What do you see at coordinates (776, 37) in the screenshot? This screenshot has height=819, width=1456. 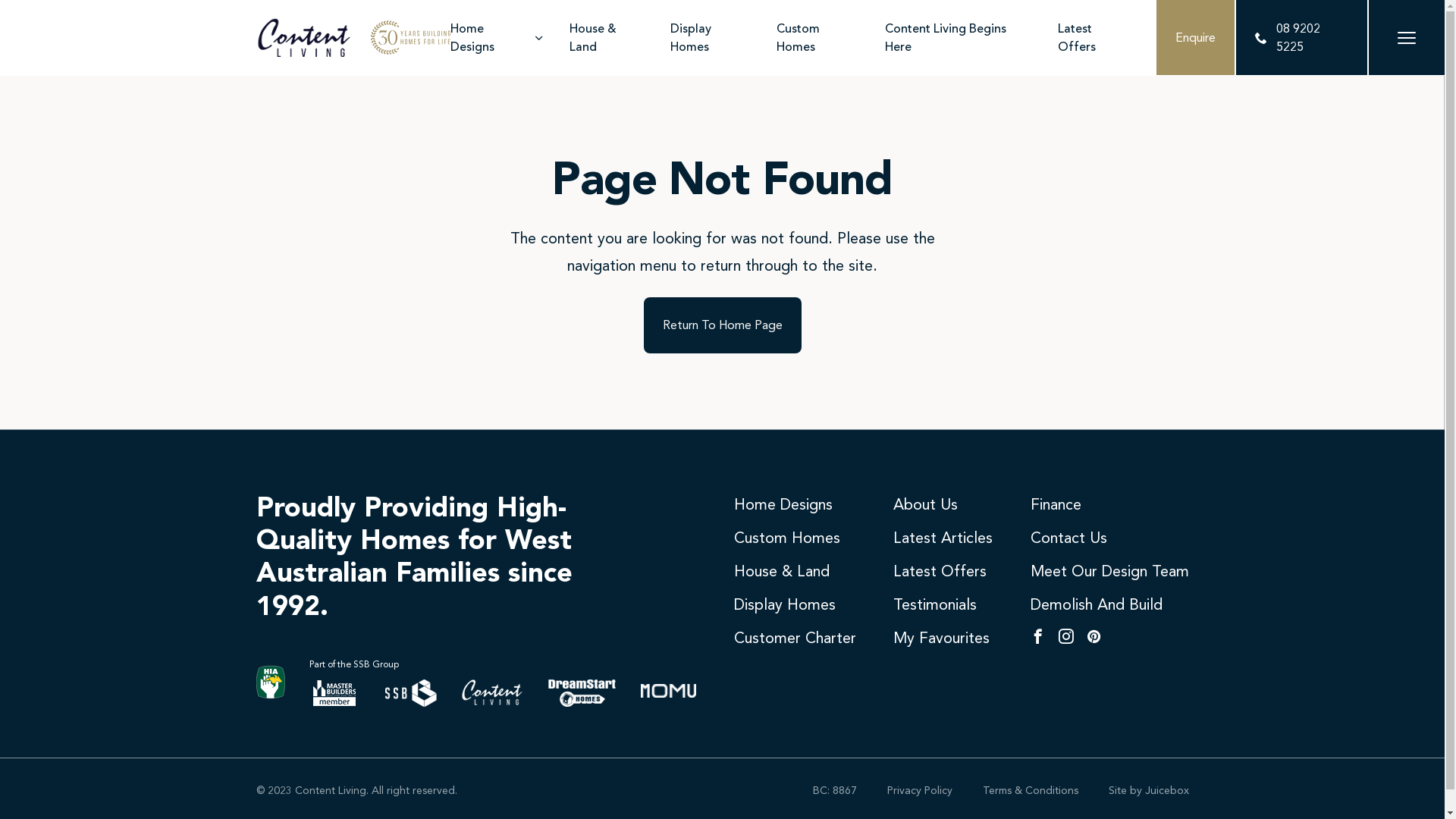 I see `'Custom Homes'` at bounding box center [776, 37].